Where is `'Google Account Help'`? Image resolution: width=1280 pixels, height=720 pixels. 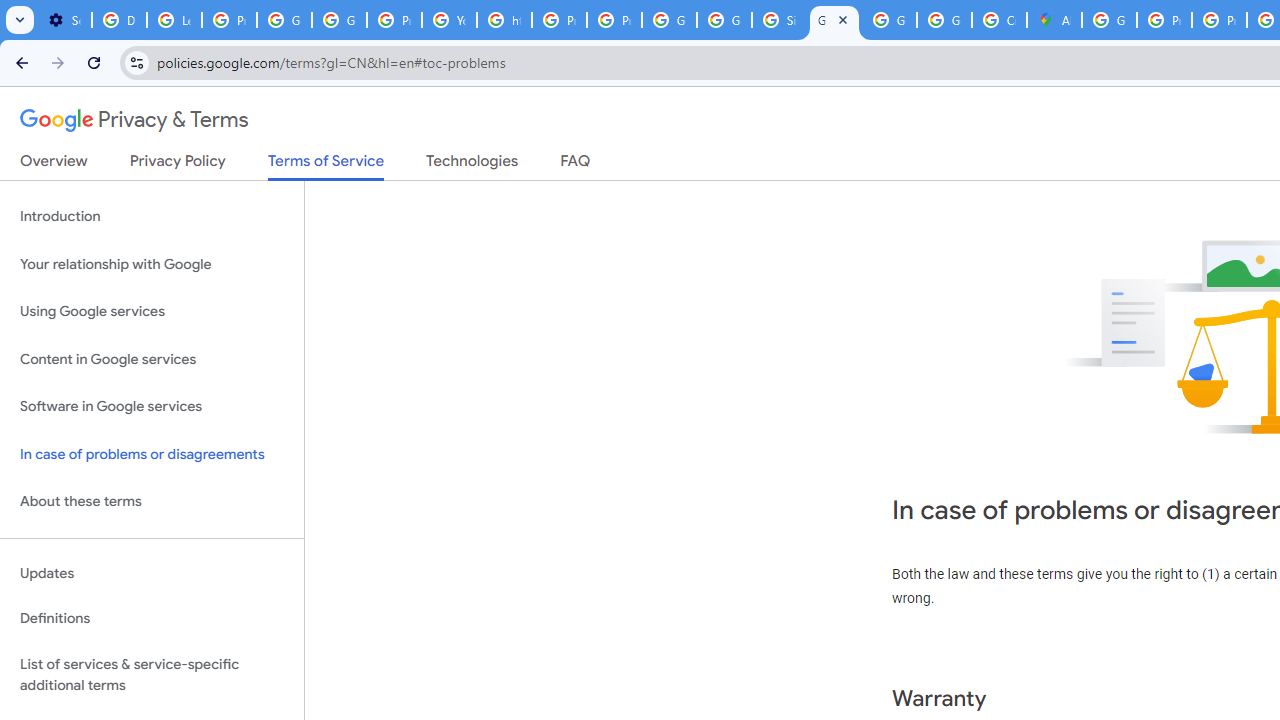 'Google Account Help' is located at coordinates (283, 20).